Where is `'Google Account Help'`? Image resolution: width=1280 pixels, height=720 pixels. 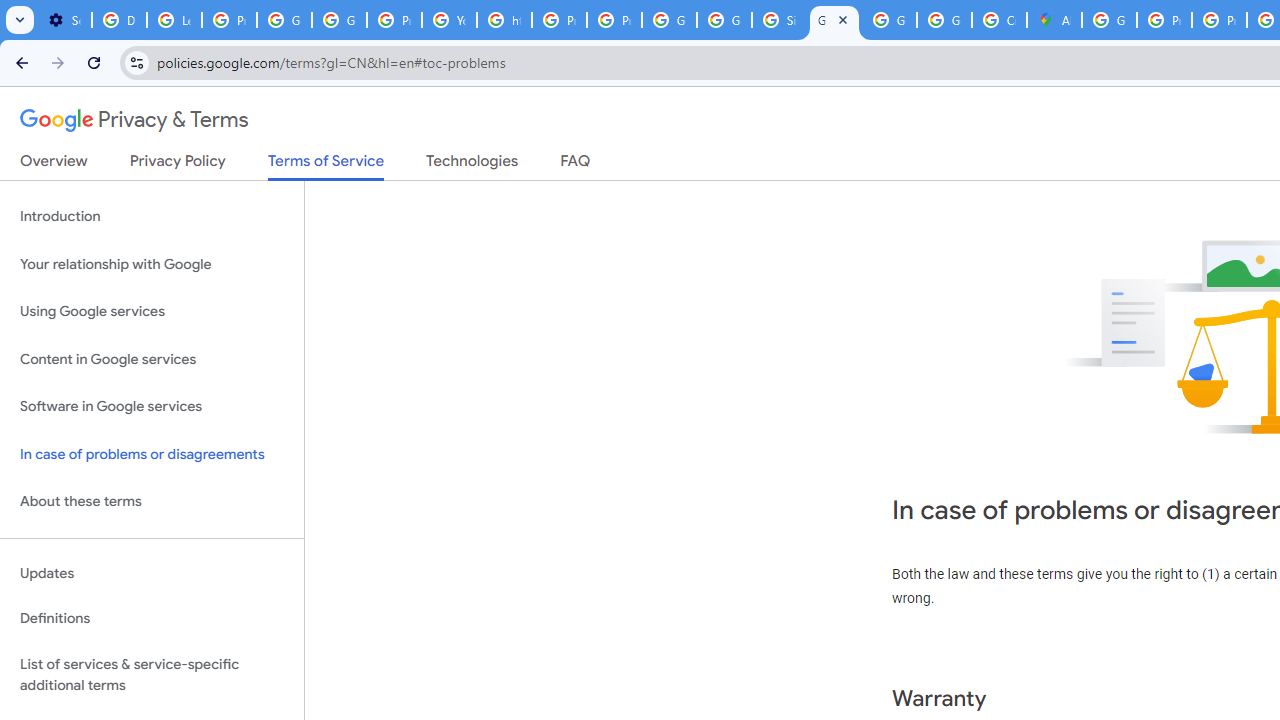 'Google Account Help' is located at coordinates (283, 20).